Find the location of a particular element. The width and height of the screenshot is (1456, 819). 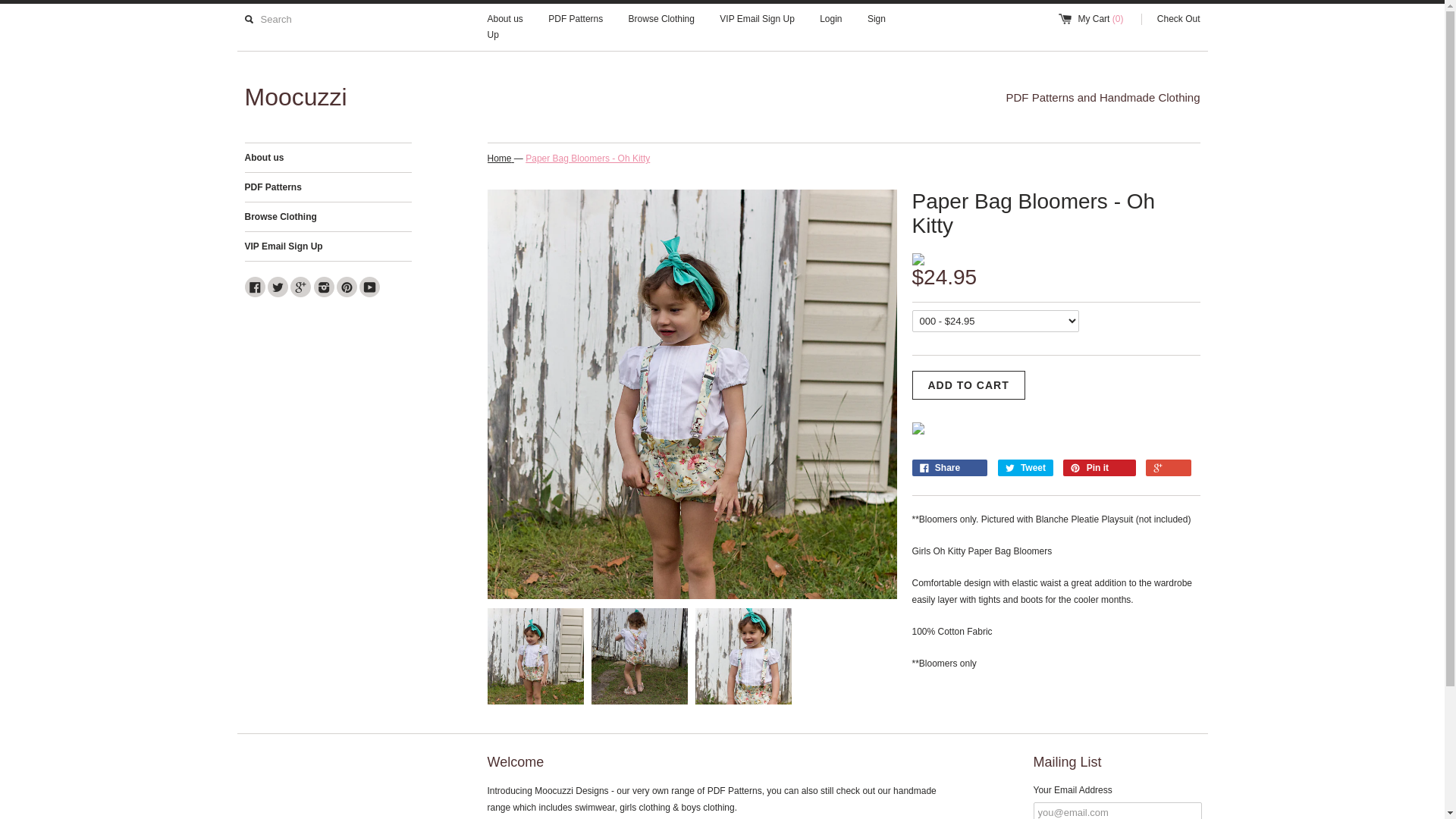

'Home' is located at coordinates (487, 158).